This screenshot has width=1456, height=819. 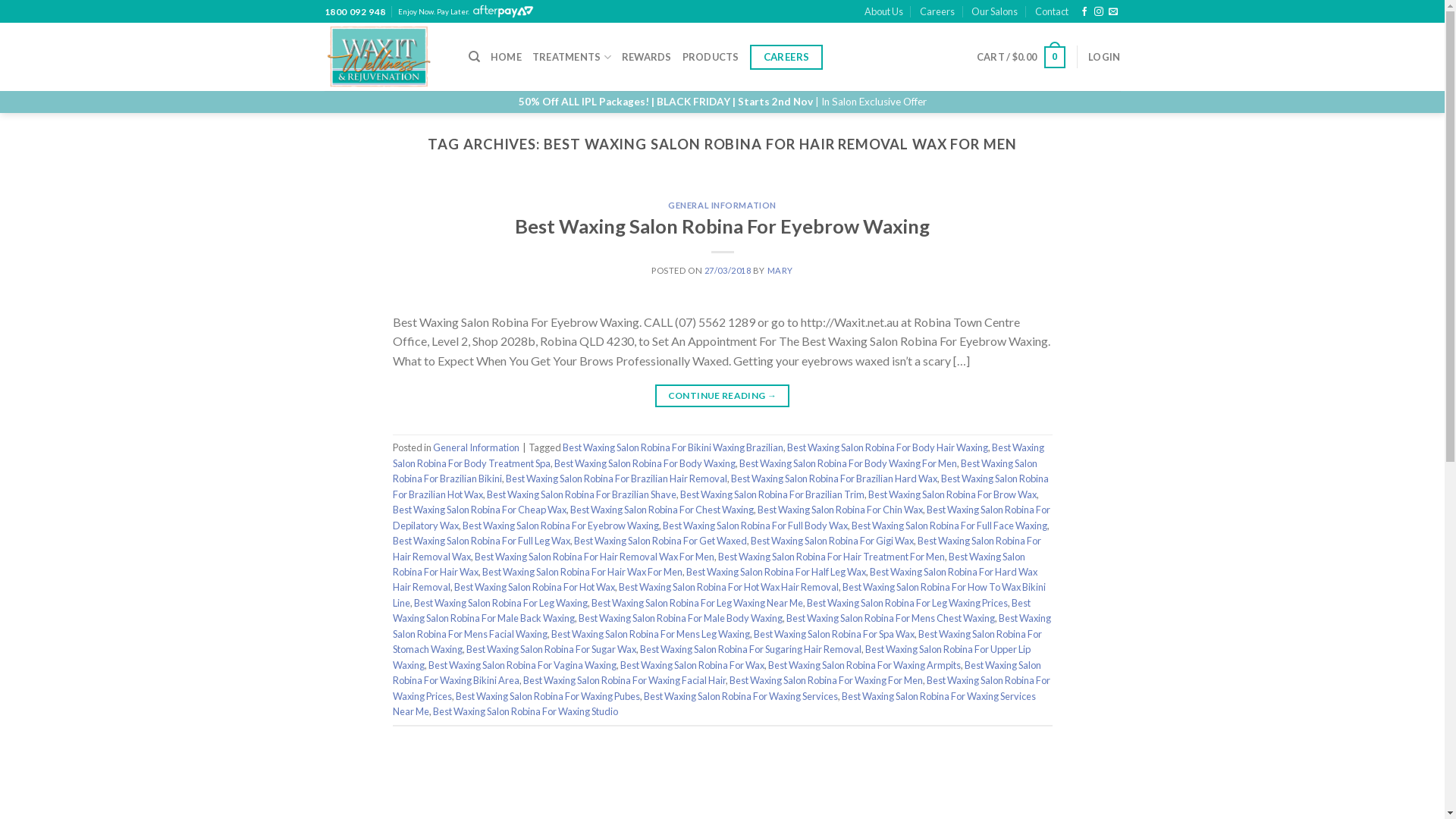 I want to click on 'Best Waxing Salon Robina For Hair Wax For Men', so click(x=582, y=571).